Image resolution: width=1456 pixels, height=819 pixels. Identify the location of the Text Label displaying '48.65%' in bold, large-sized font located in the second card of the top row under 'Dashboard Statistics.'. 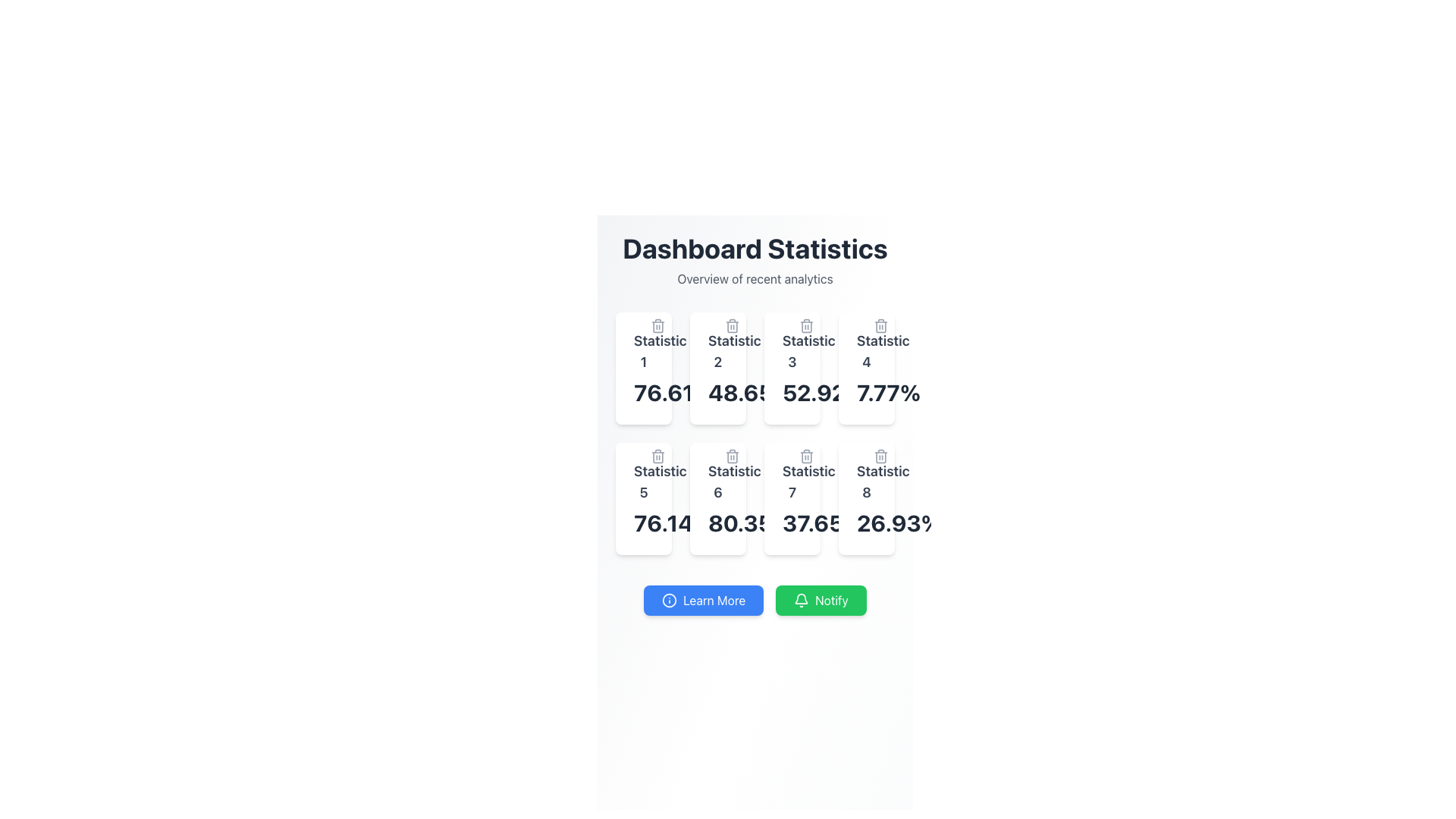
(717, 391).